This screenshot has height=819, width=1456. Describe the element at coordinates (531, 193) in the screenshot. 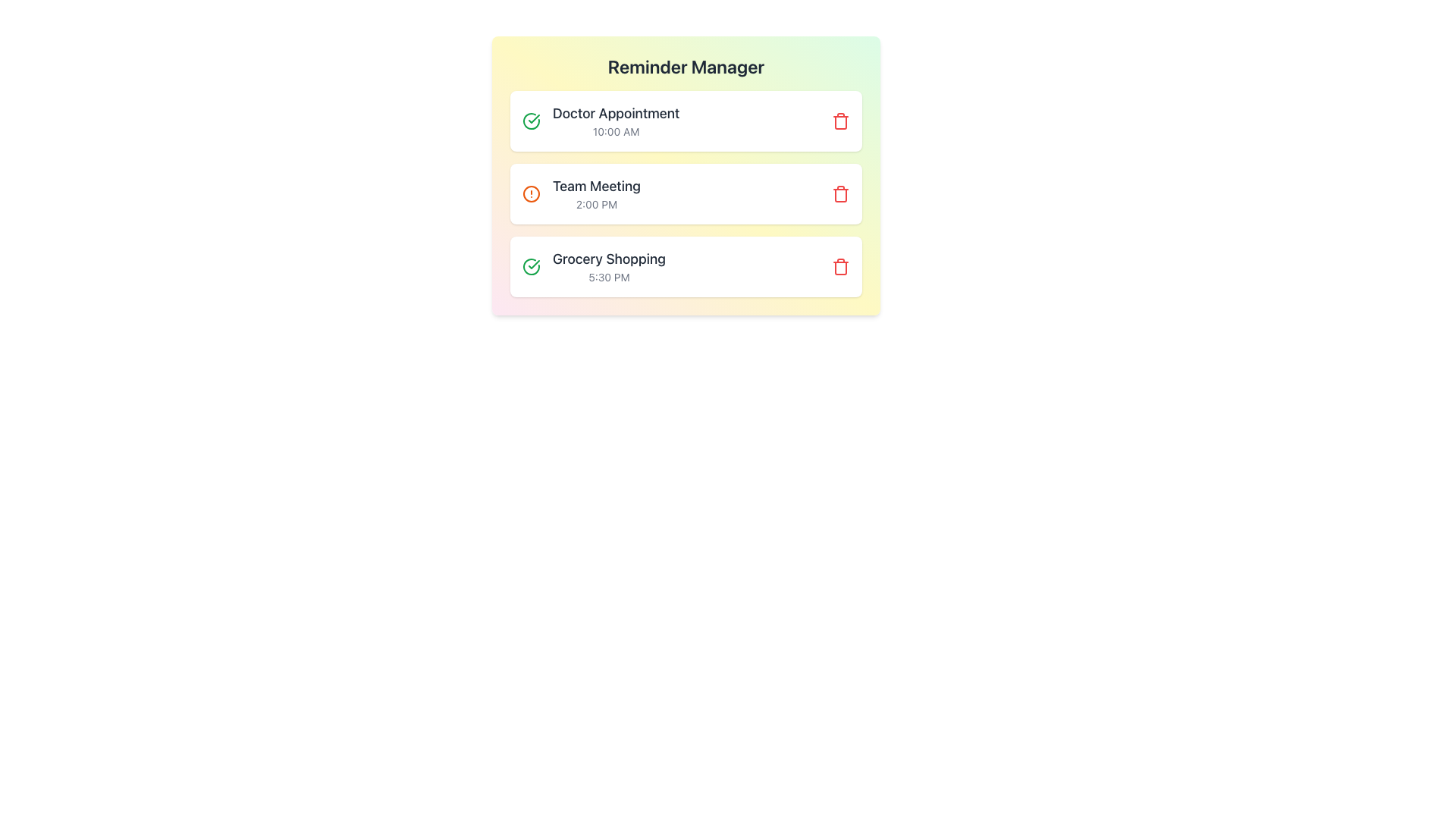

I see `the circular graphical element that serves as a visual part of the alert icon for the 'Team Meeting' item, positioned between the green checkmark icon and the '2:00 PM' text` at that location.